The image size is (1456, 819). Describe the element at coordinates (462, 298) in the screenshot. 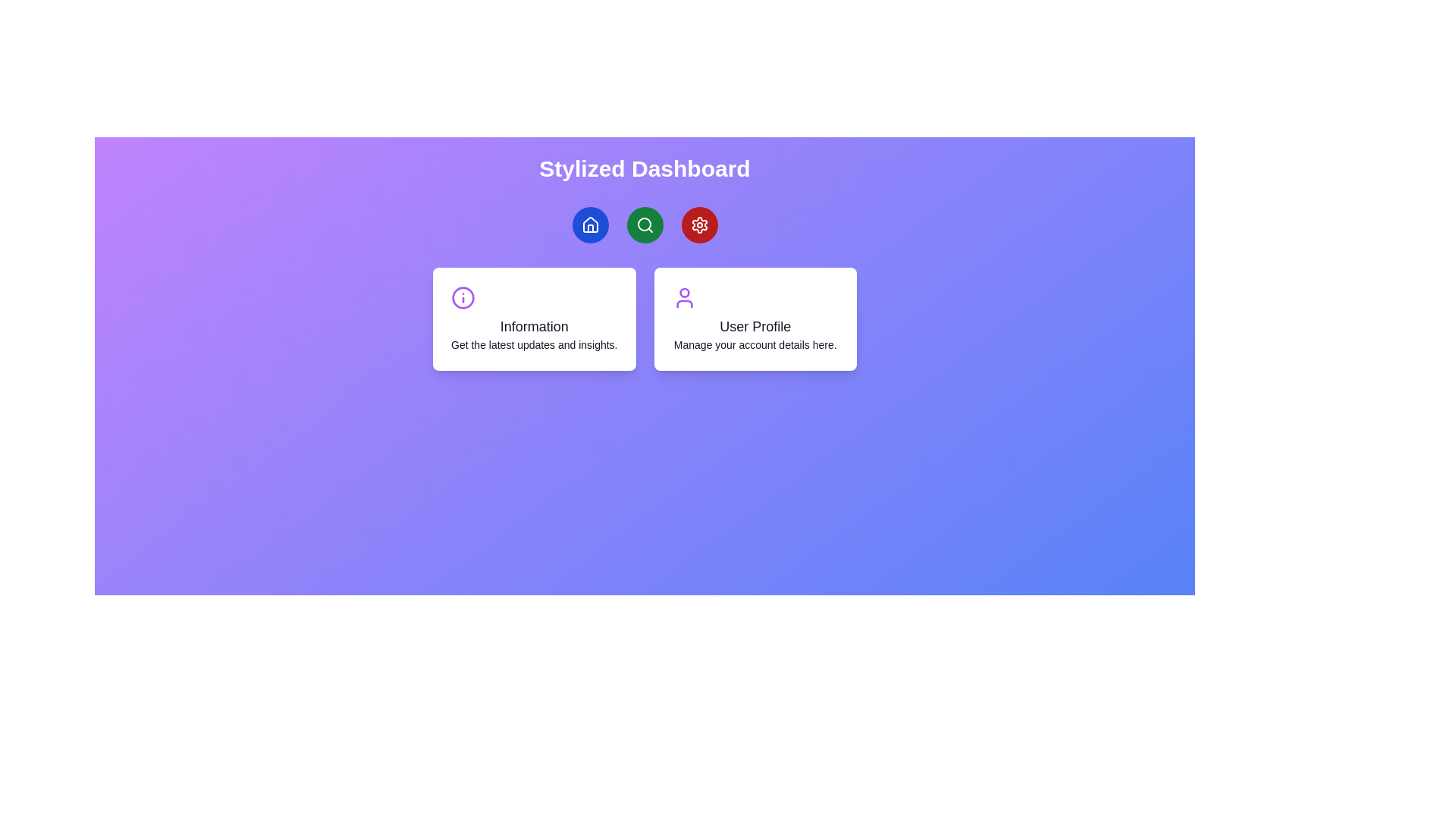

I see `the SVG Circle Element that enhances the information icon within the 'Information' card below the navigation bar` at that location.